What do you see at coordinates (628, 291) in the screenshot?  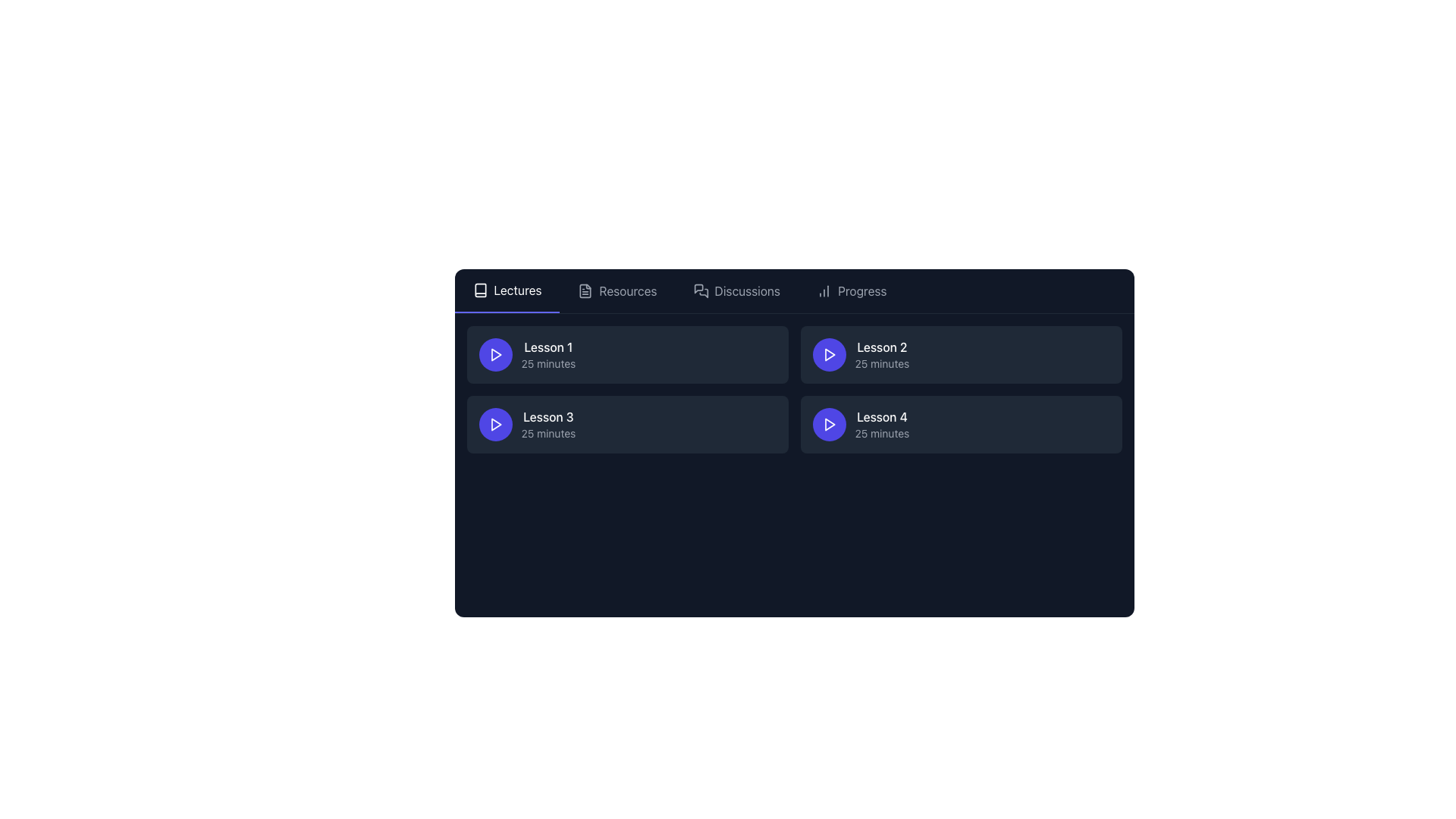 I see `text label 'Resources' which is the second tab from the left in the horizontal navigation bar positioned at the top of the interface` at bounding box center [628, 291].